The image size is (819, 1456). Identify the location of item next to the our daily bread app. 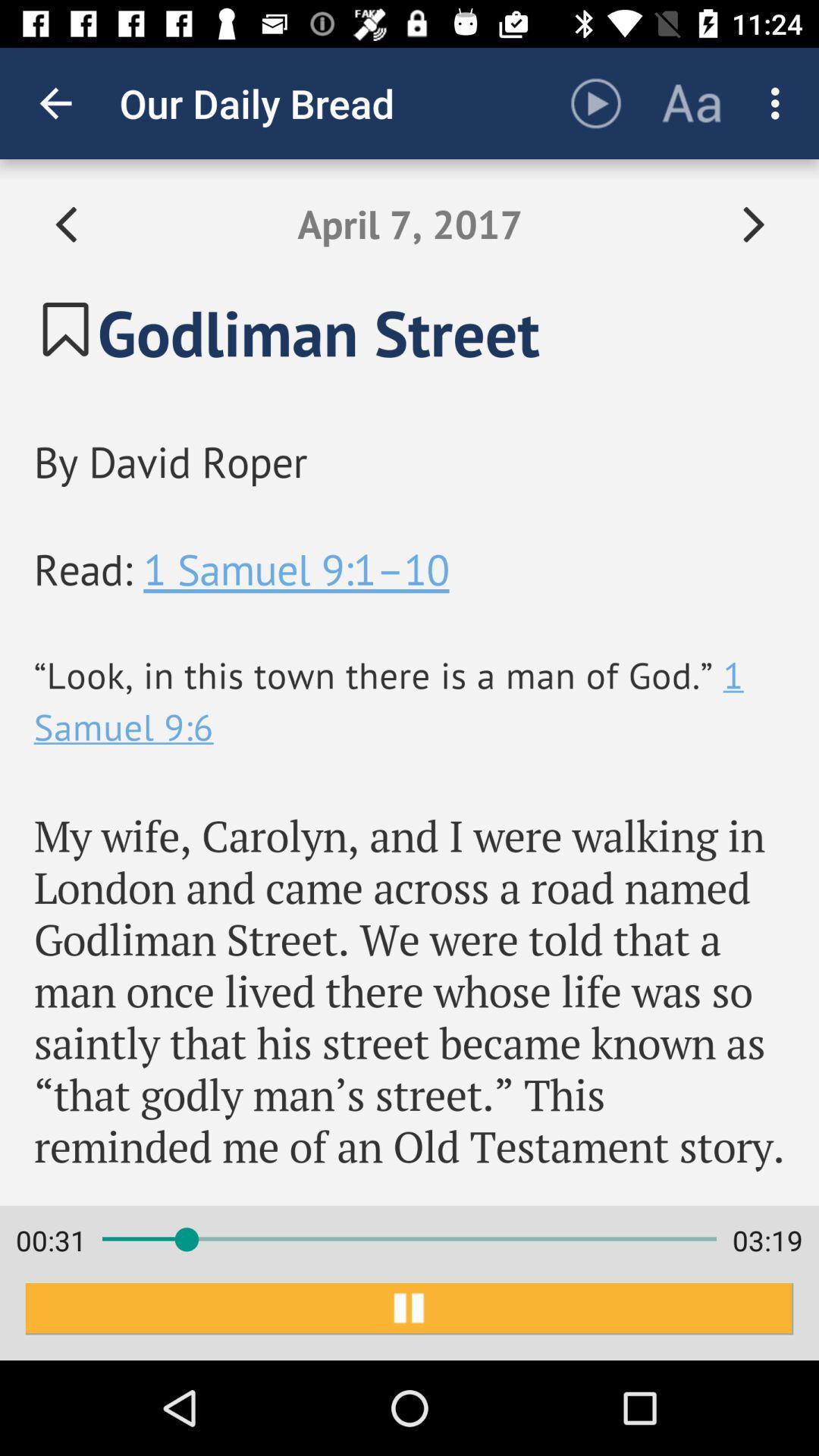
(55, 102).